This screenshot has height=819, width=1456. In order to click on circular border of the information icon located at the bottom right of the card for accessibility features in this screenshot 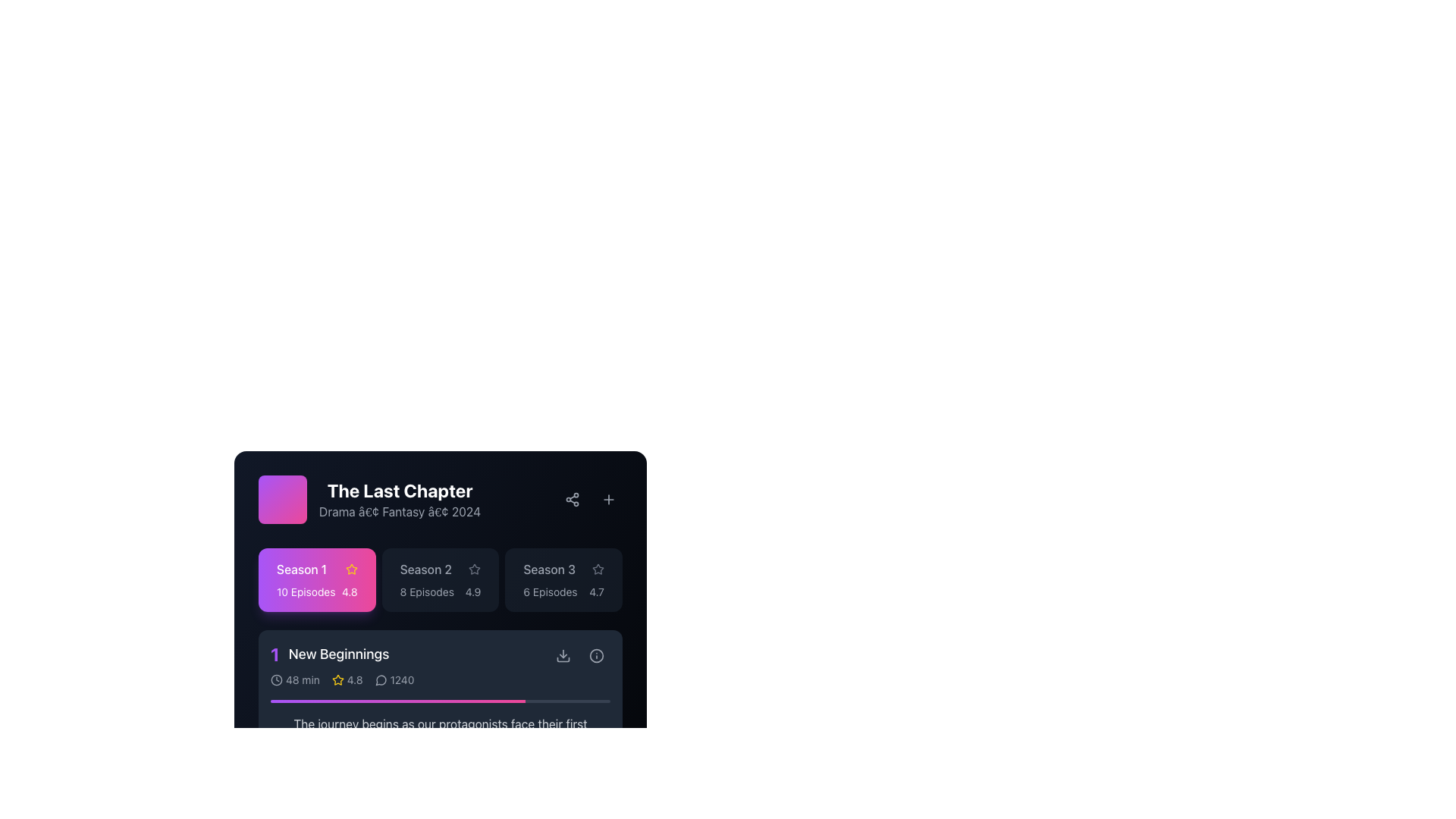, I will do `click(596, 654)`.